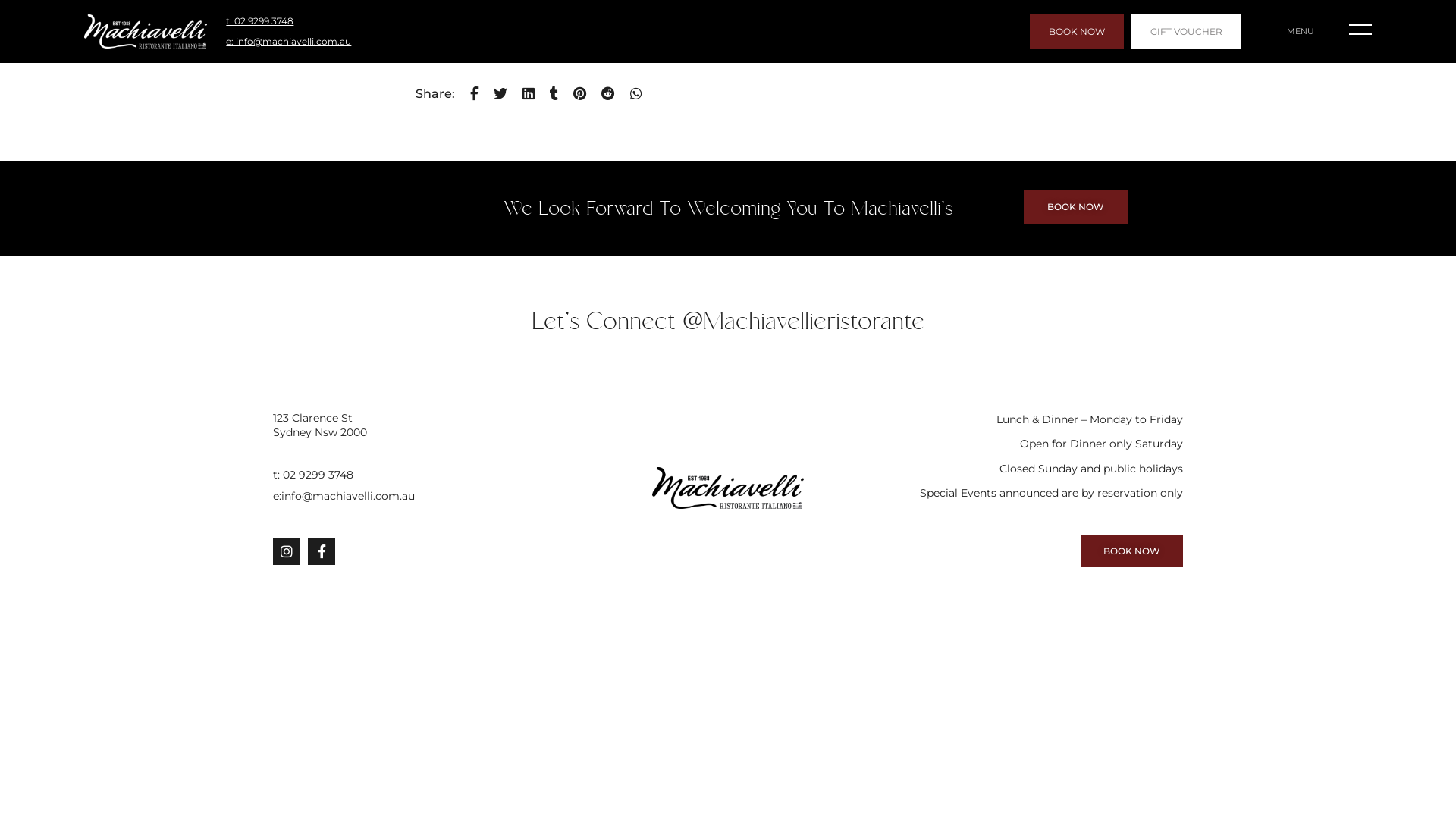  What do you see at coordinates (1075, 207) in the screenshot?
I see `'BOOK NOW'` at bounding box center [1075, 207].